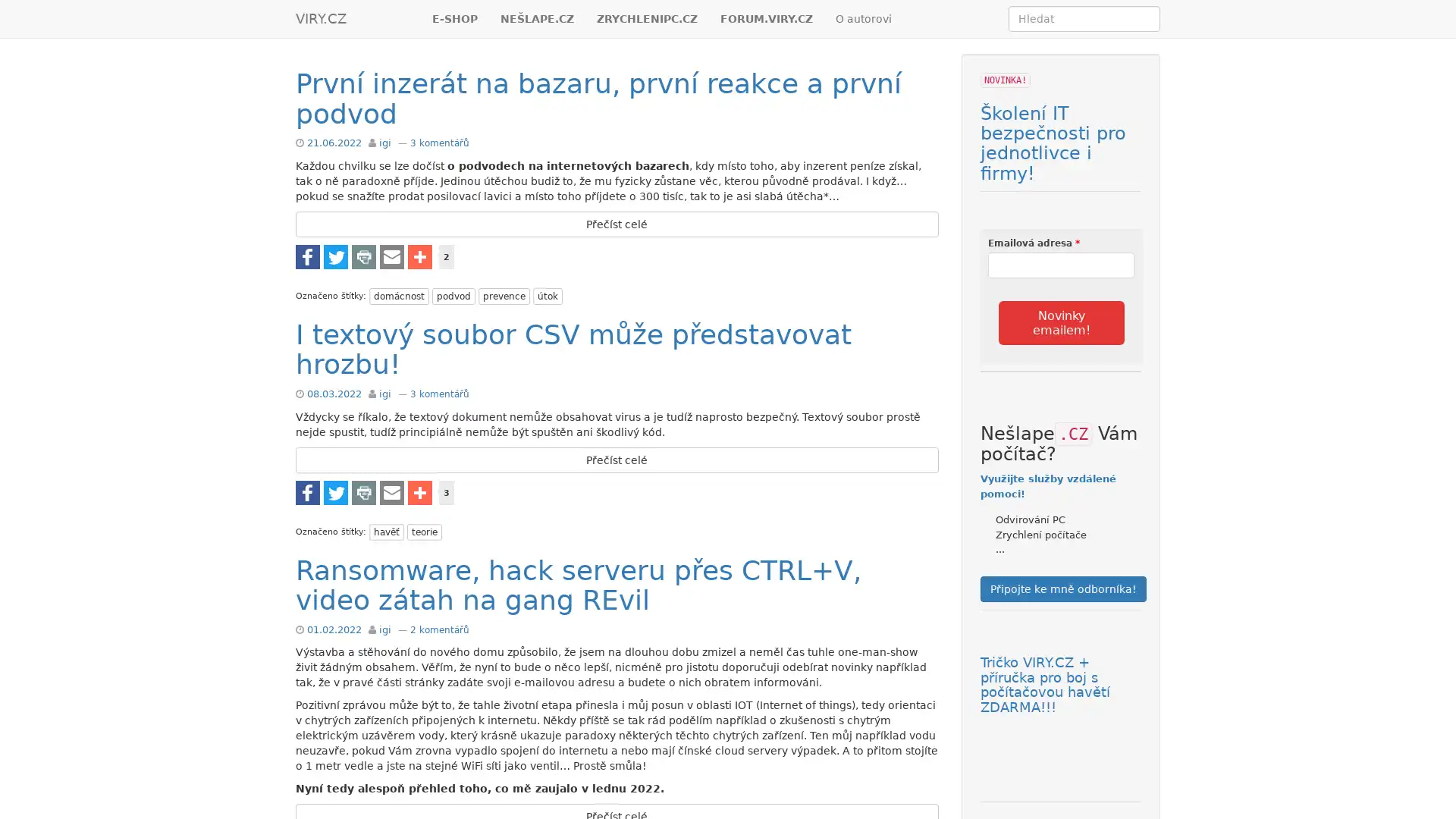  I want to click on Share to Vice..., so click(419, 491).